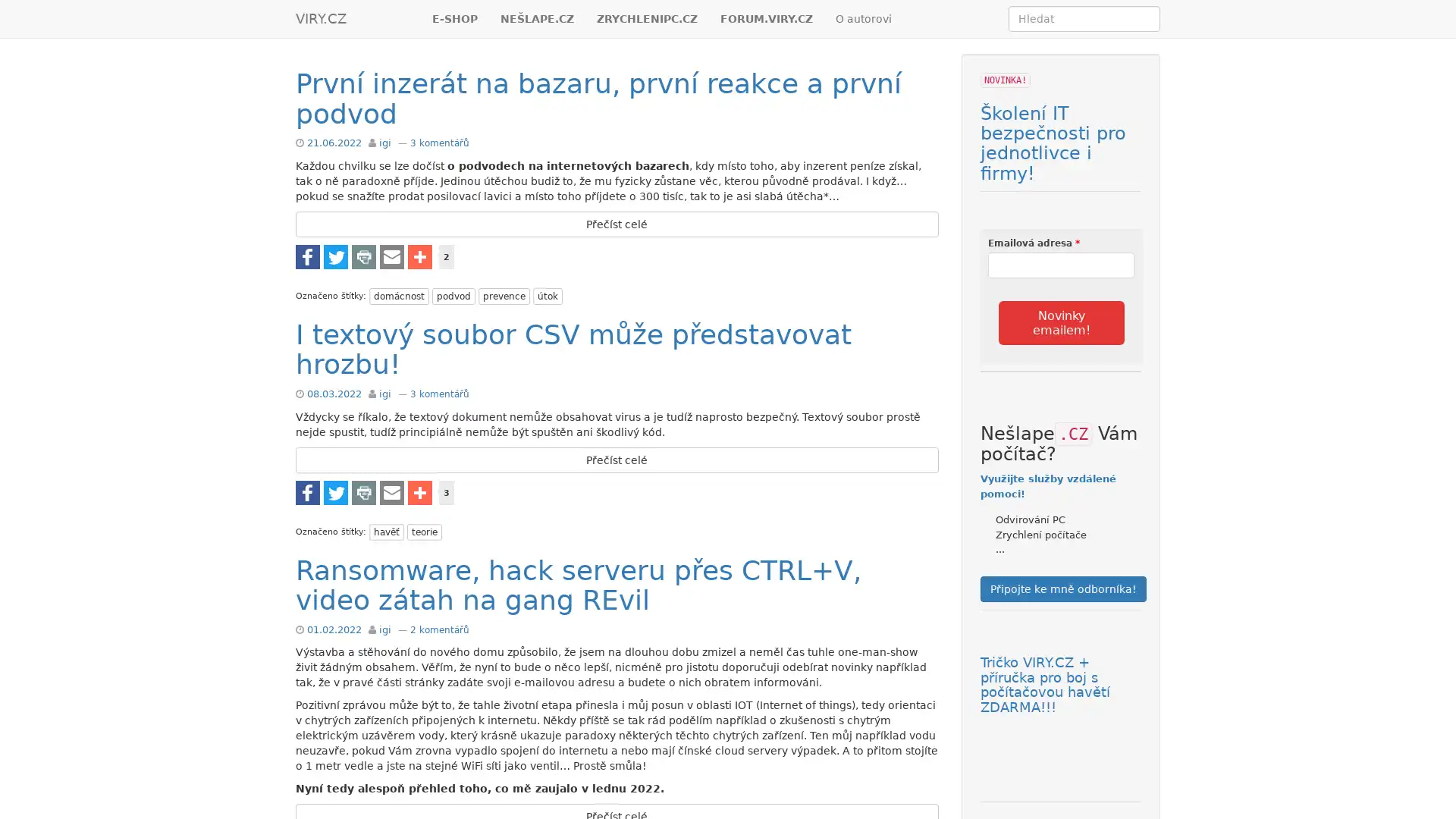  I want to click on Share to Vice..., so click(419, 491).